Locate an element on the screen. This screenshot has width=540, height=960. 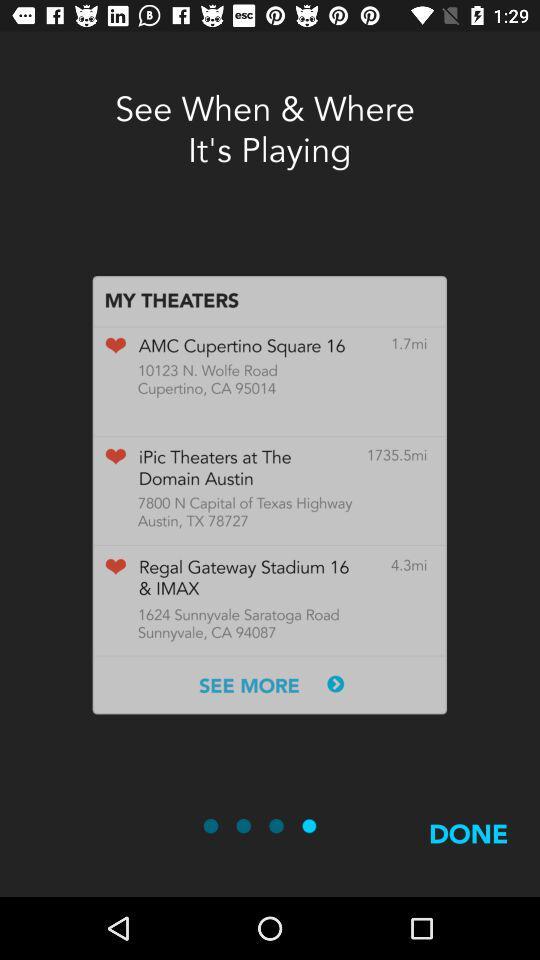
theater options is located at coordinates (269, 494).